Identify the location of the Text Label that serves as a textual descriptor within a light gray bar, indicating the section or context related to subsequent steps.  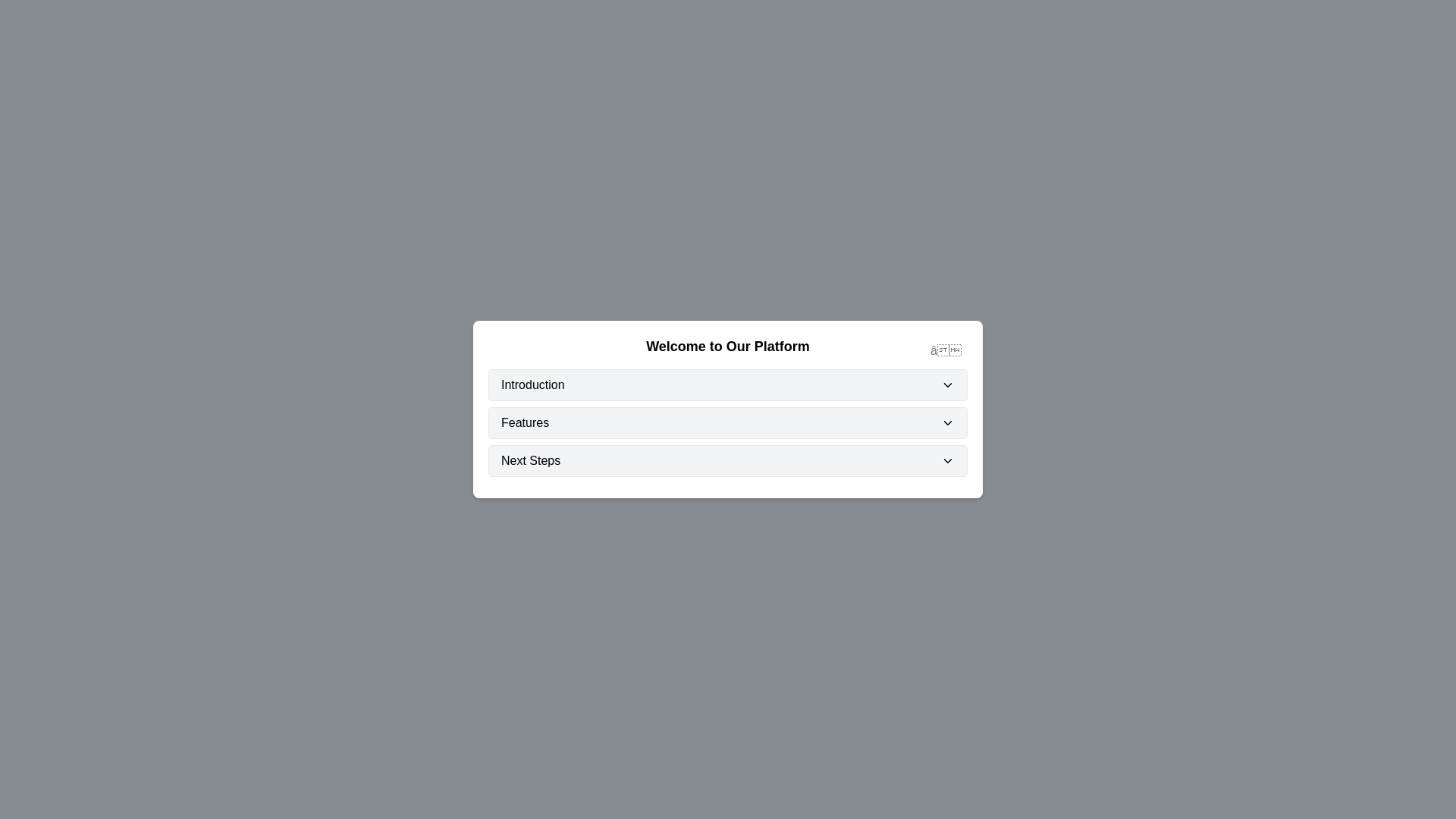
(531, 460).